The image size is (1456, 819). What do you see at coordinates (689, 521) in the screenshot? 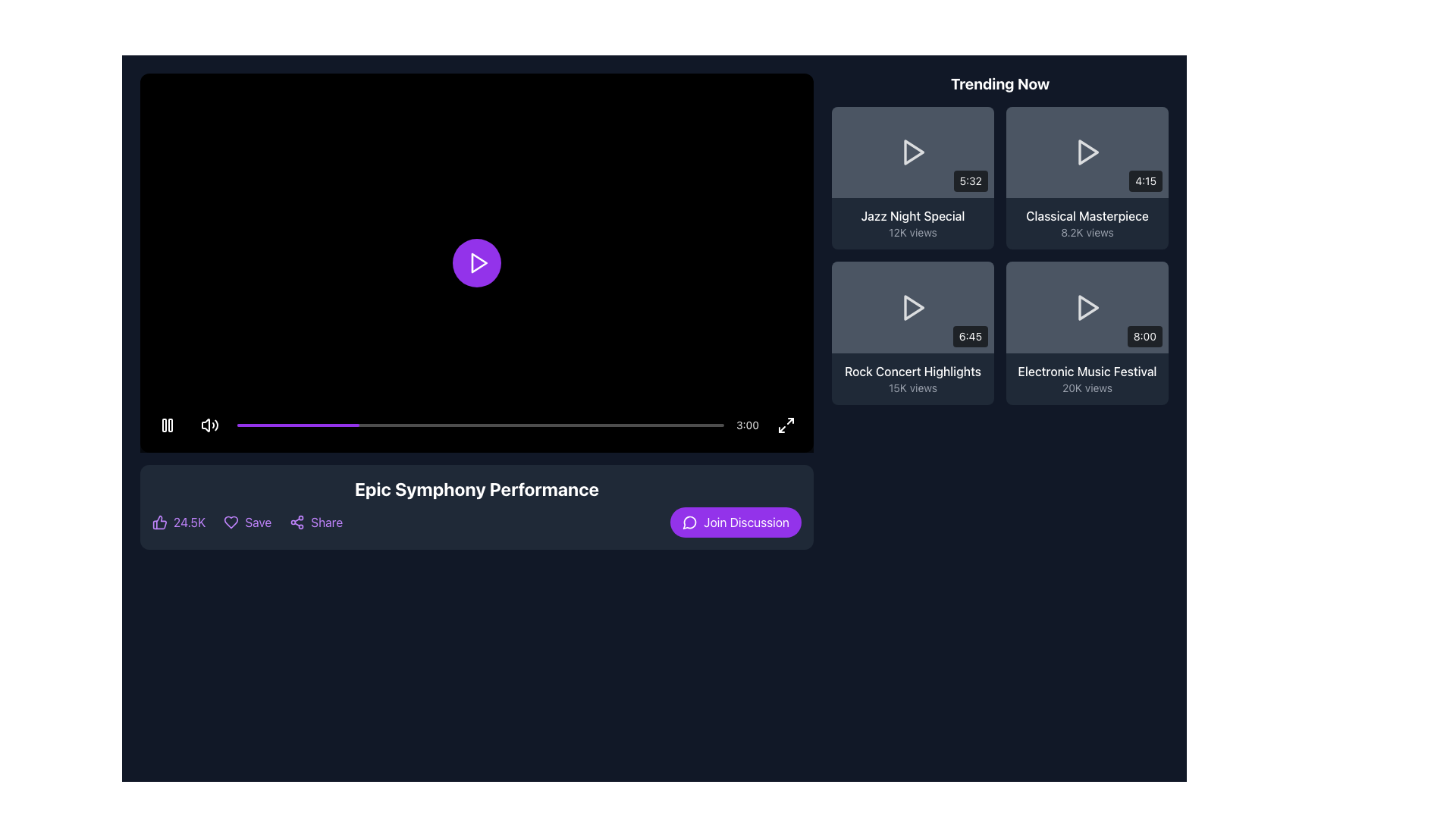
I see `the circular chat bubble icon located to the left of the 'Join Discussion' button in the interface footer below the main video player` at bounding box center [689, 521].